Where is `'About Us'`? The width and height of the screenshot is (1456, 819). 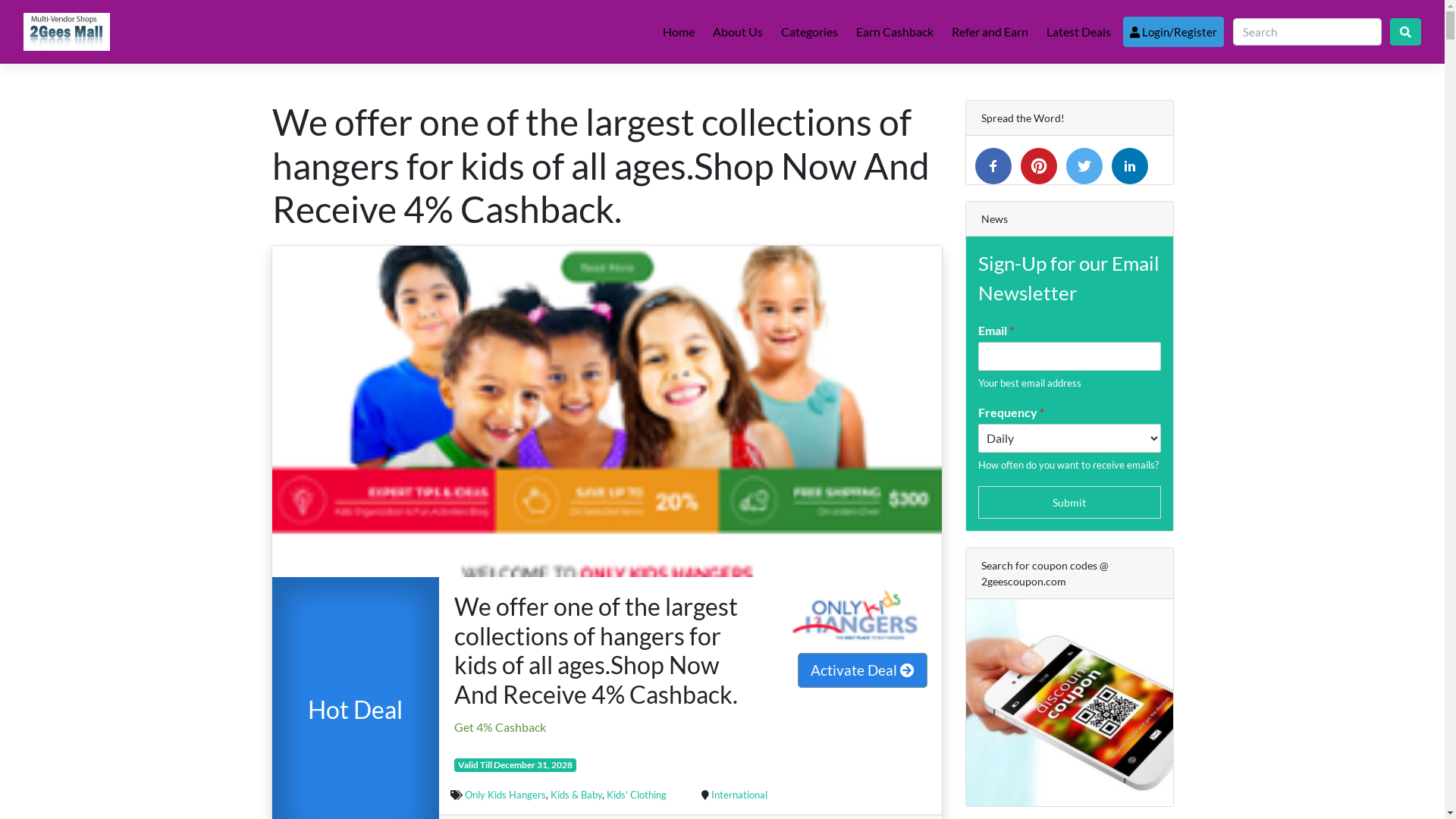 'About Us' is located at coordinates (705, 32).